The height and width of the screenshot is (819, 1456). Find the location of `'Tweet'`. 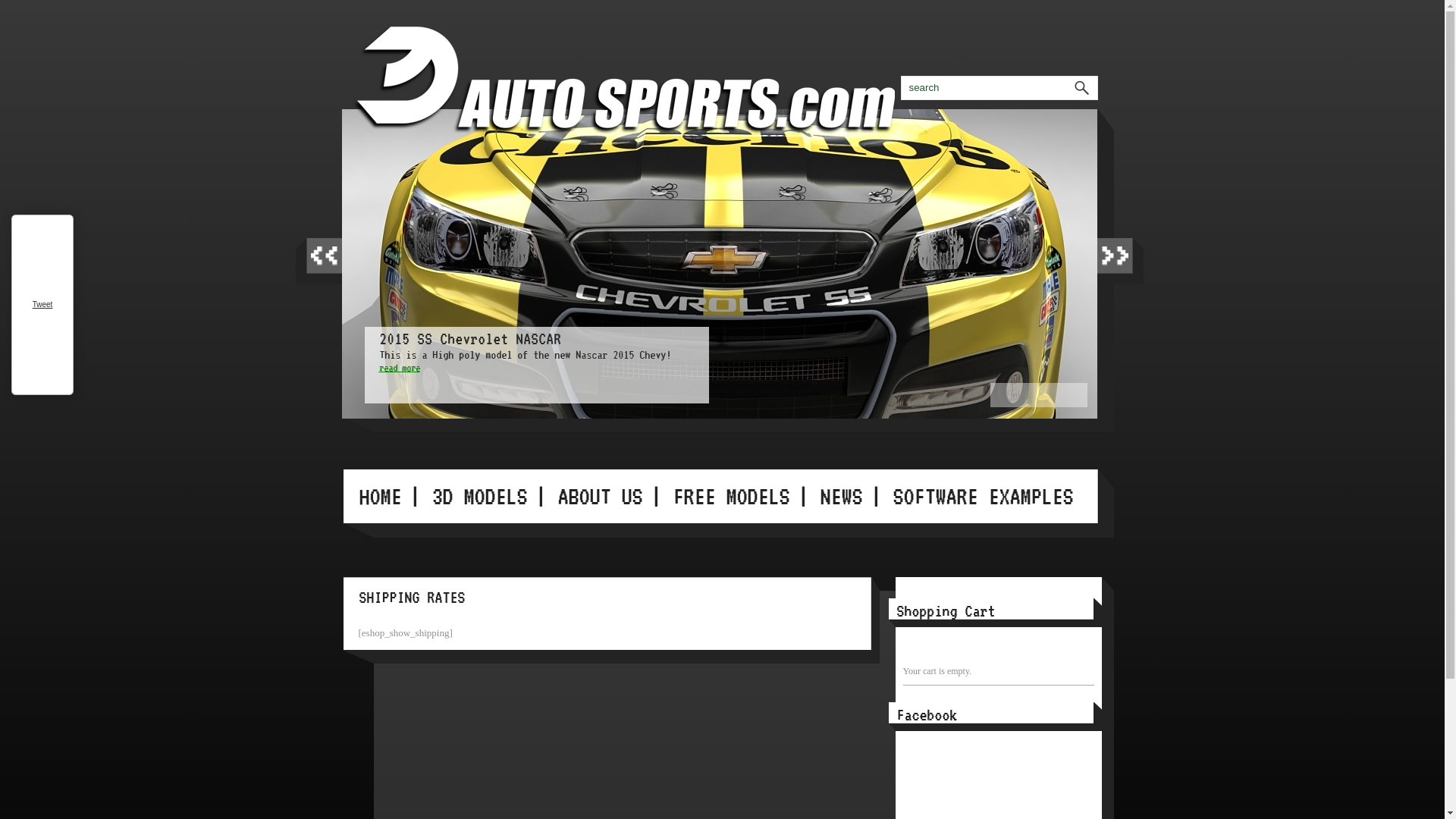

'Tweet' is located at coordinates (42, 304).